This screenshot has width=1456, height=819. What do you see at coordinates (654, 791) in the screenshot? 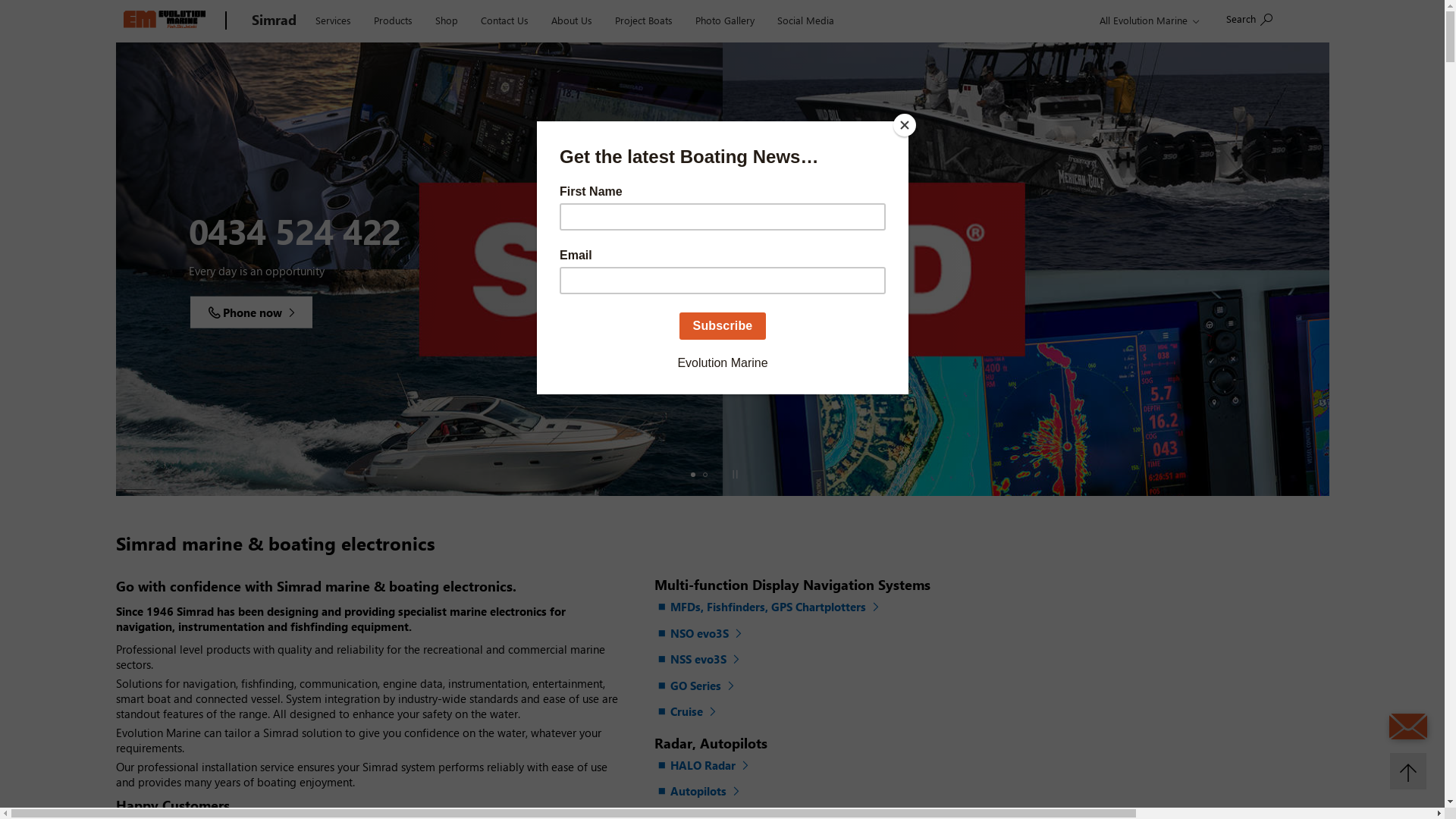
I see `'Autopilots'` at bounding box center [654, 791].